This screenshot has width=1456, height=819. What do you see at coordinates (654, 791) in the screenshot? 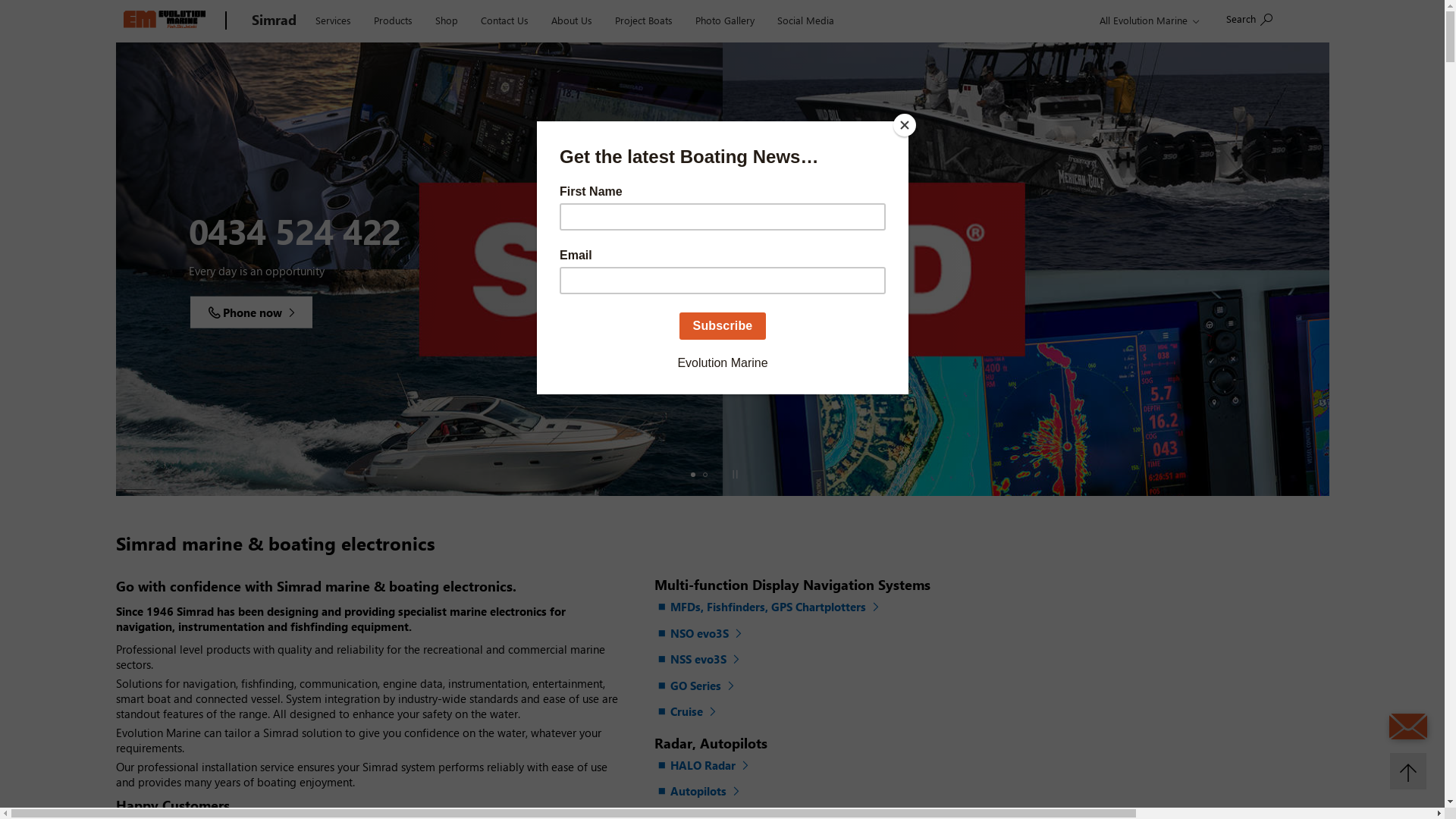
I see `'Autopilots'` at bounding box center [654, 791].